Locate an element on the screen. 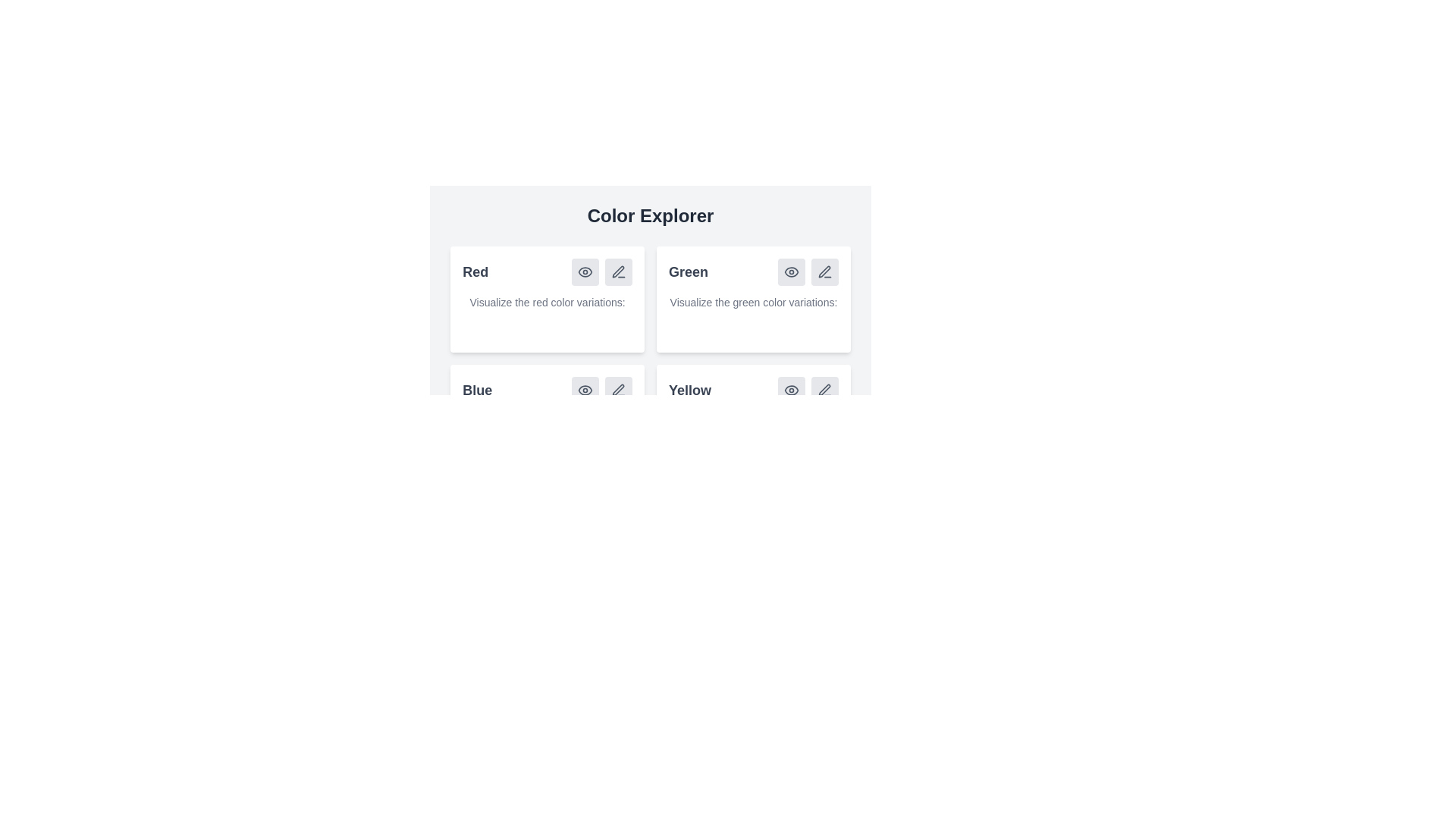 This screenshot has height=819, width=1456. the edit button with an icon located in the bottom right corner of the 'Yellow' cell in the 'Color Explorer' is located at coordinates (824, 390).